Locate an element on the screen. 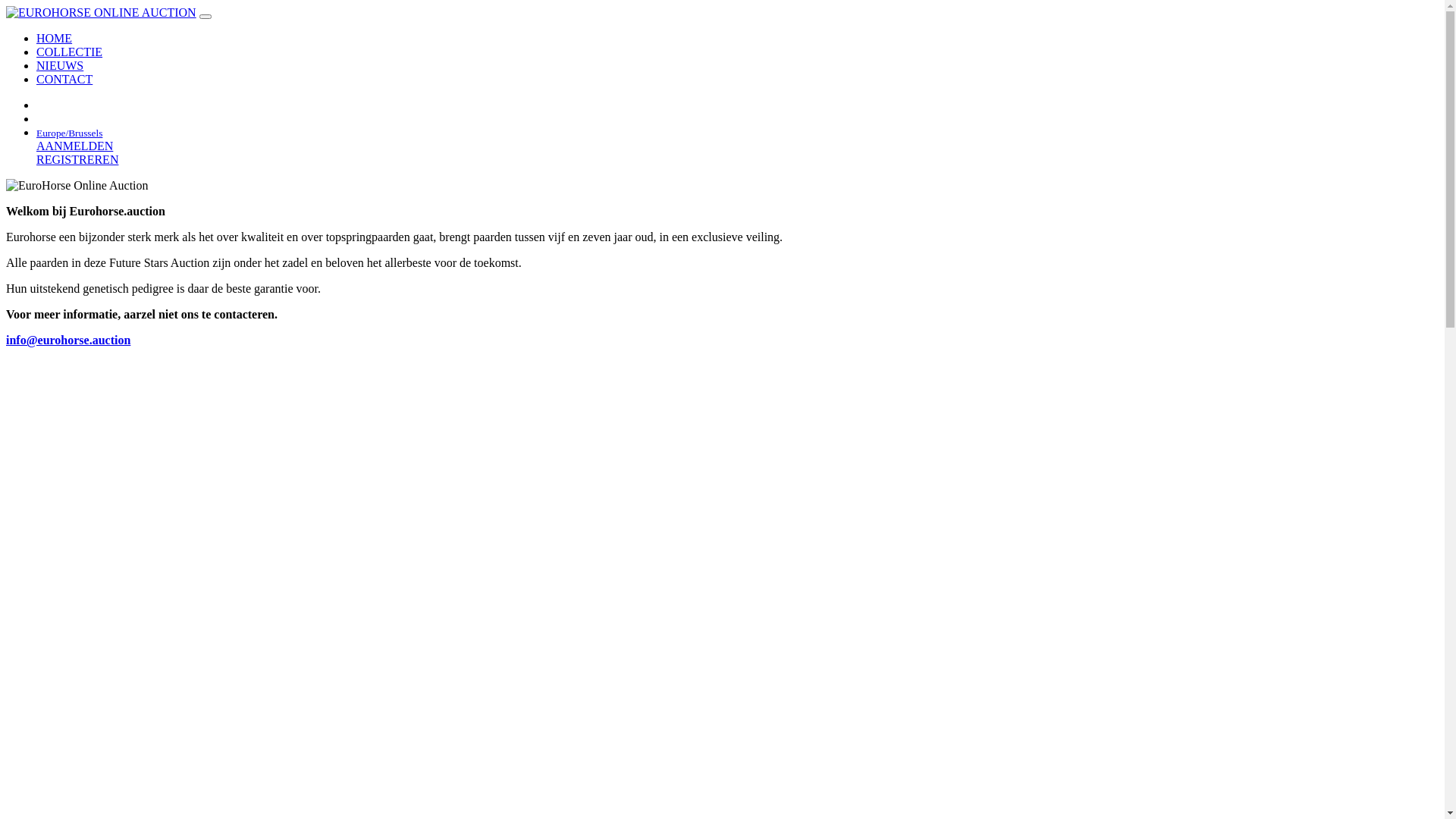 The height and width of the screenshot is (819, 1456). 'REGISTREREN' is located at coordinates (76, 159).